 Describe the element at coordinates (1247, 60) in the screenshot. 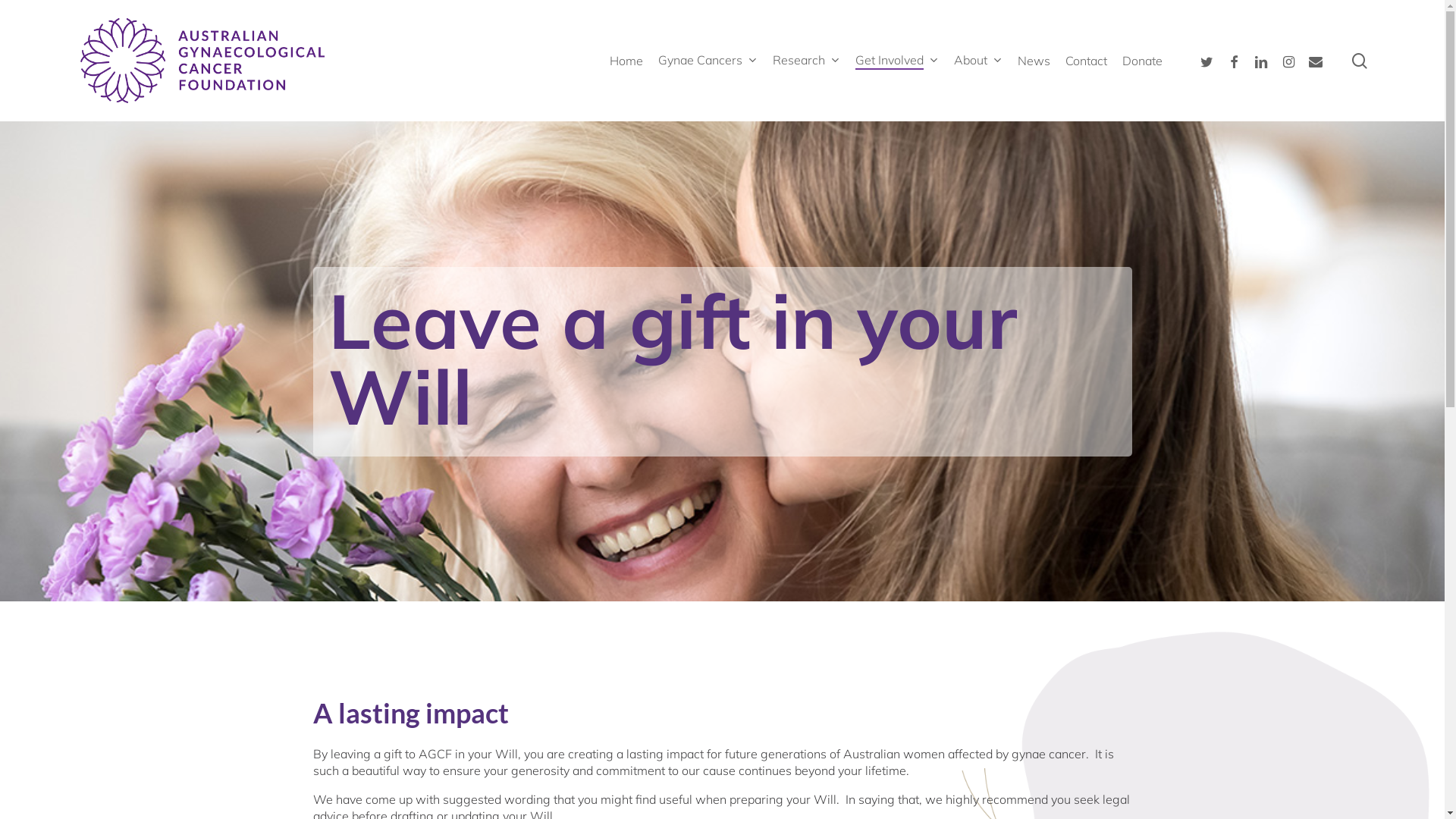

I see `'linkedin'` at that location.